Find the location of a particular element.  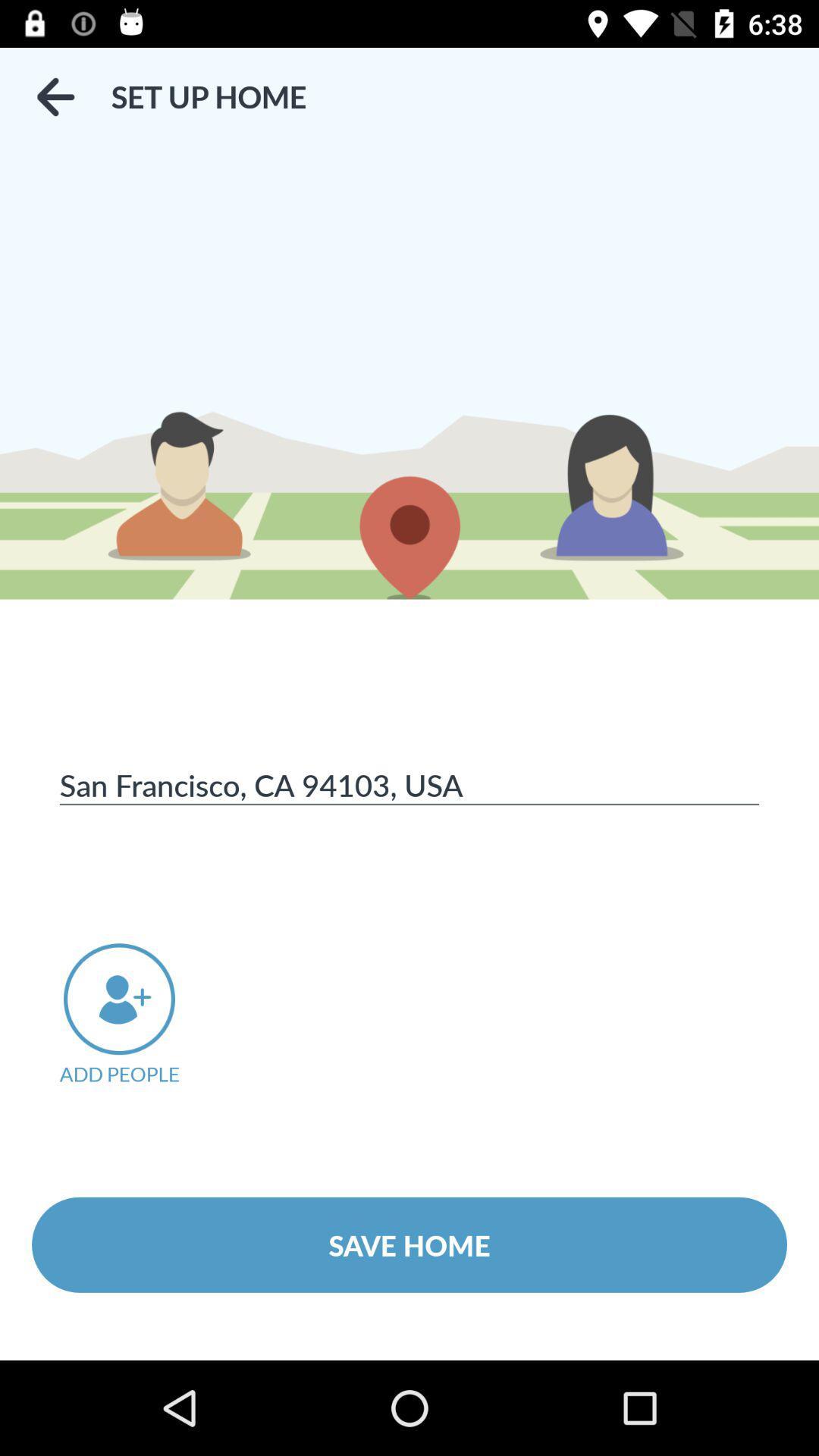

the san francisco ca is located at coordinates (409, 784).